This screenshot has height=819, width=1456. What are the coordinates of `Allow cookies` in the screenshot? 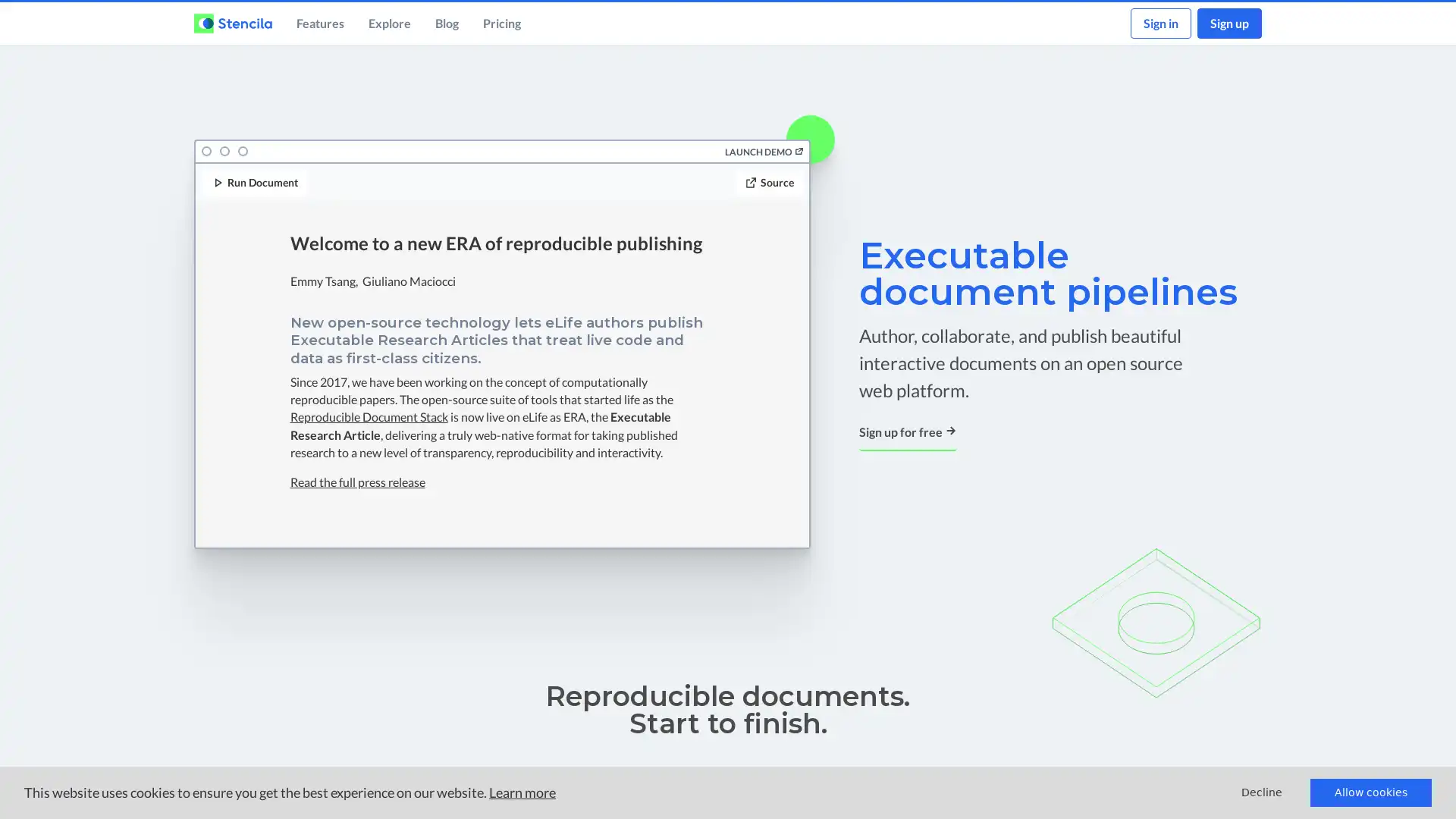 It's located at (1371, 792).